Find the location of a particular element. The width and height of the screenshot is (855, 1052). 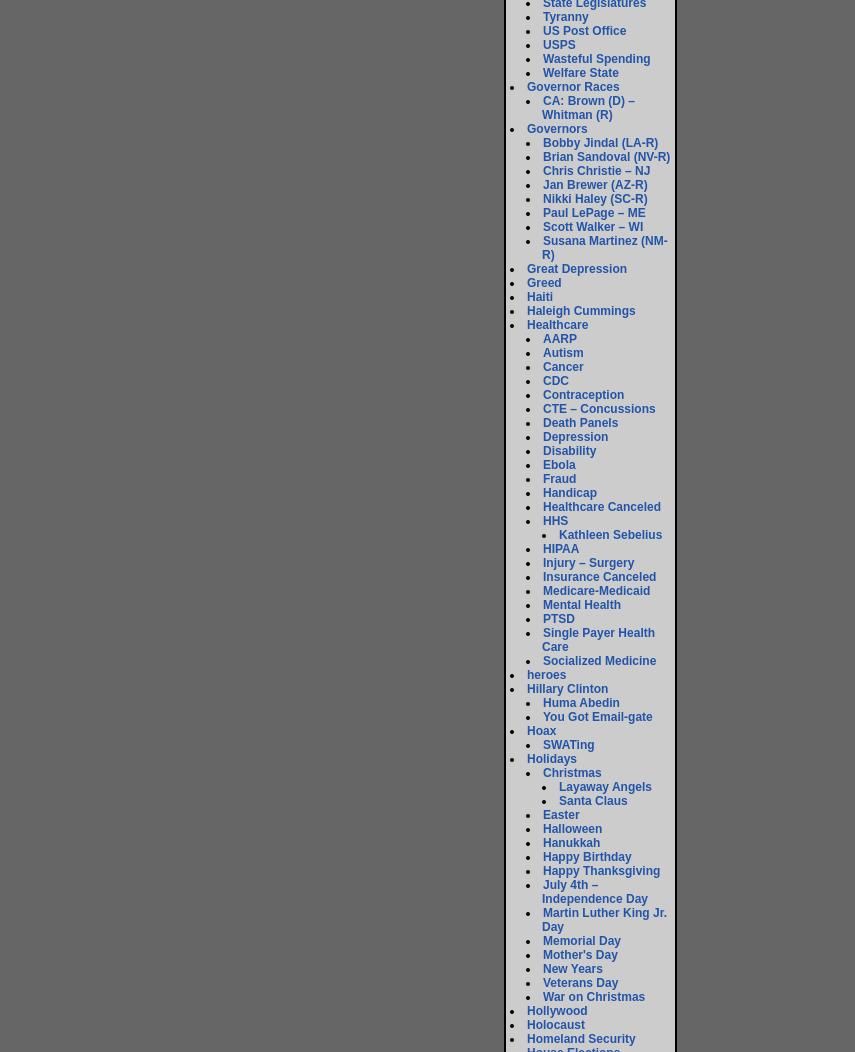

'Cancer' is located at coordinates (562, 367).